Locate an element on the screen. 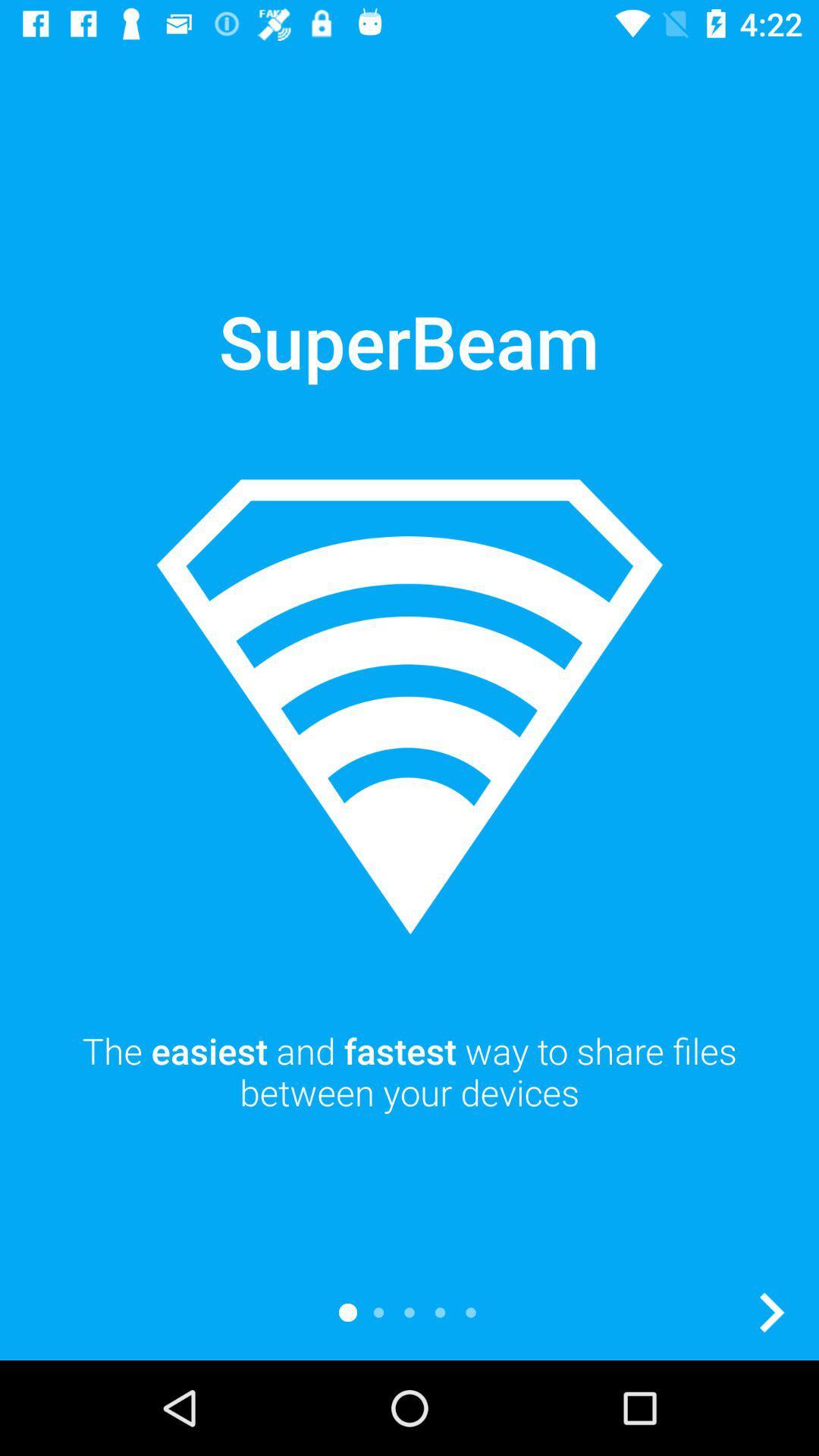 Image resolution: width=819 pixels, height=1456 pixels. the arrow_forward icon is located at coordinates (771, 1312).